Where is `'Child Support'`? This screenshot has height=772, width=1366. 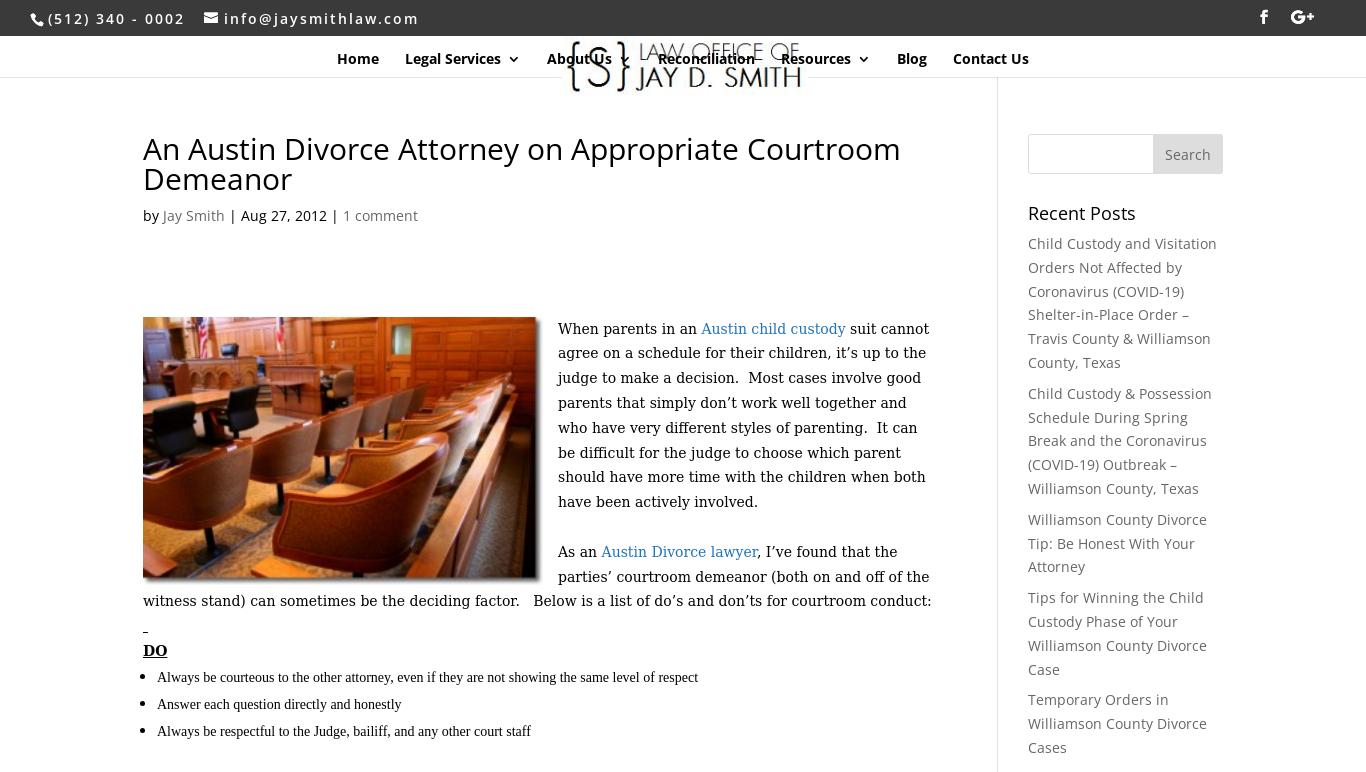 'Child Support' is located at coordinates (492, 199).